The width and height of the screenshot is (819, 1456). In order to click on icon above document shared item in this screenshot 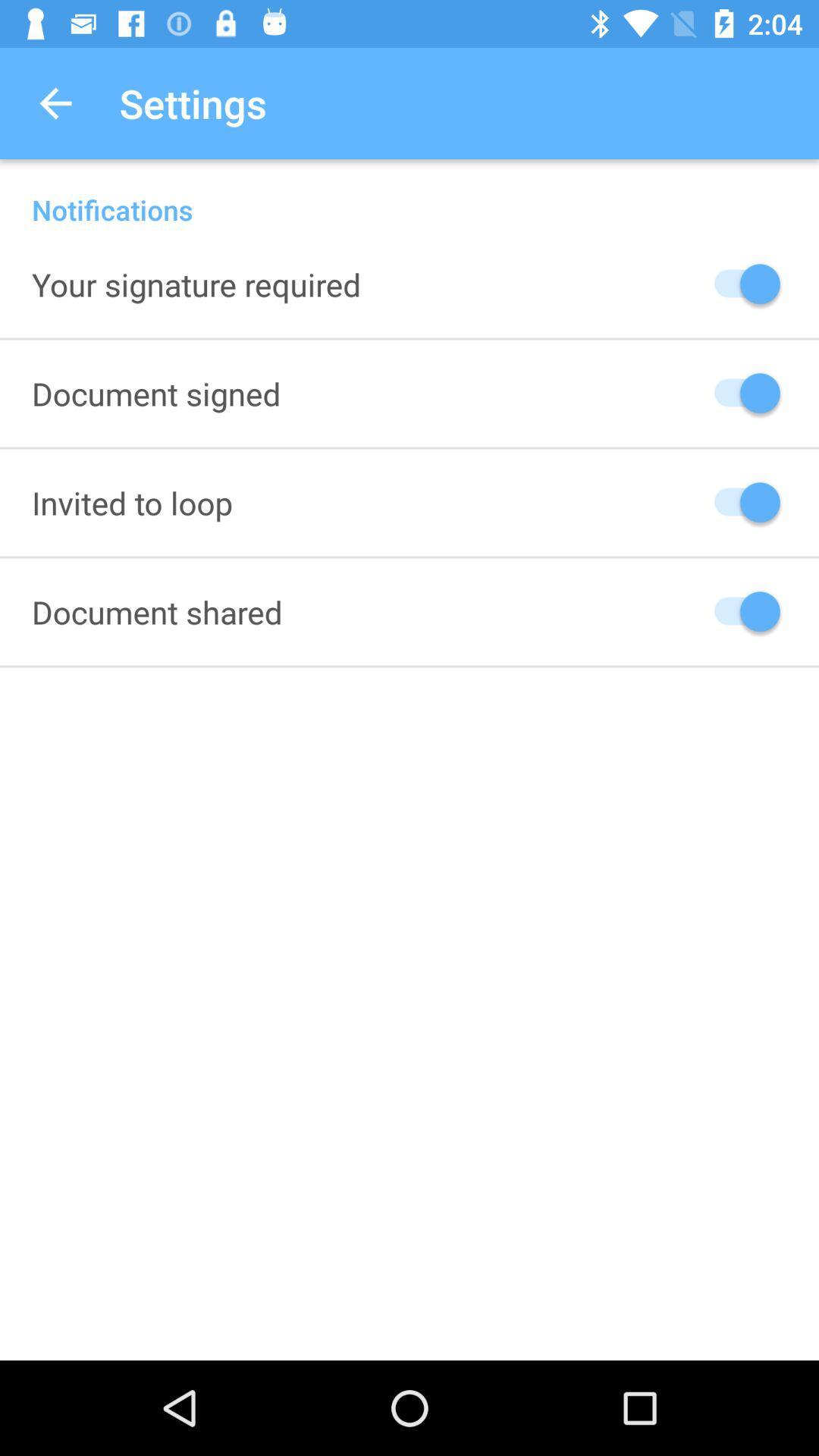, I will do `click(131, 502)`.